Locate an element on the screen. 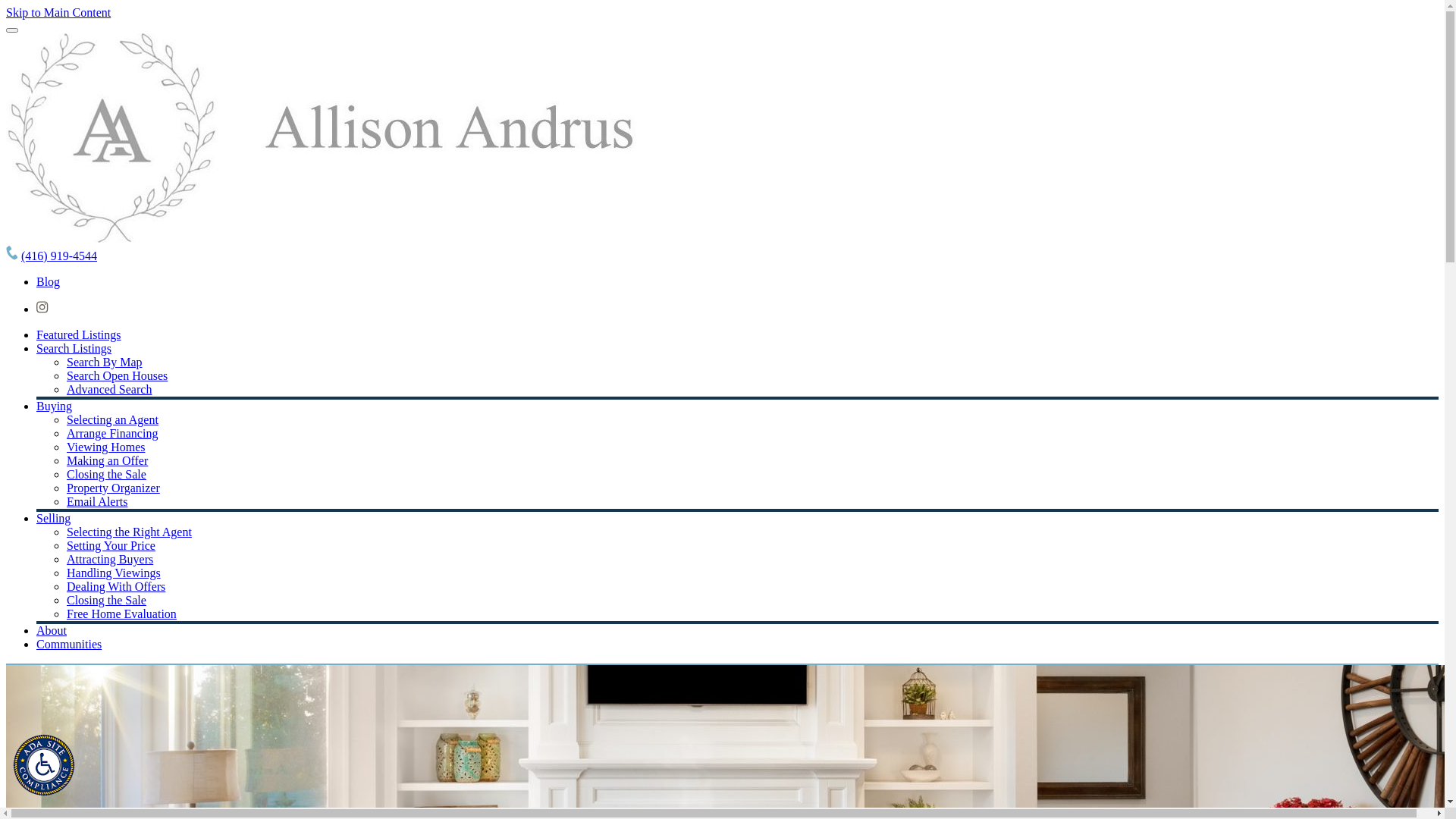 Image resolution: width=1456 pixels, height=819 pixels. 'Selecting an Agent' is located at coordinates (65, 419).